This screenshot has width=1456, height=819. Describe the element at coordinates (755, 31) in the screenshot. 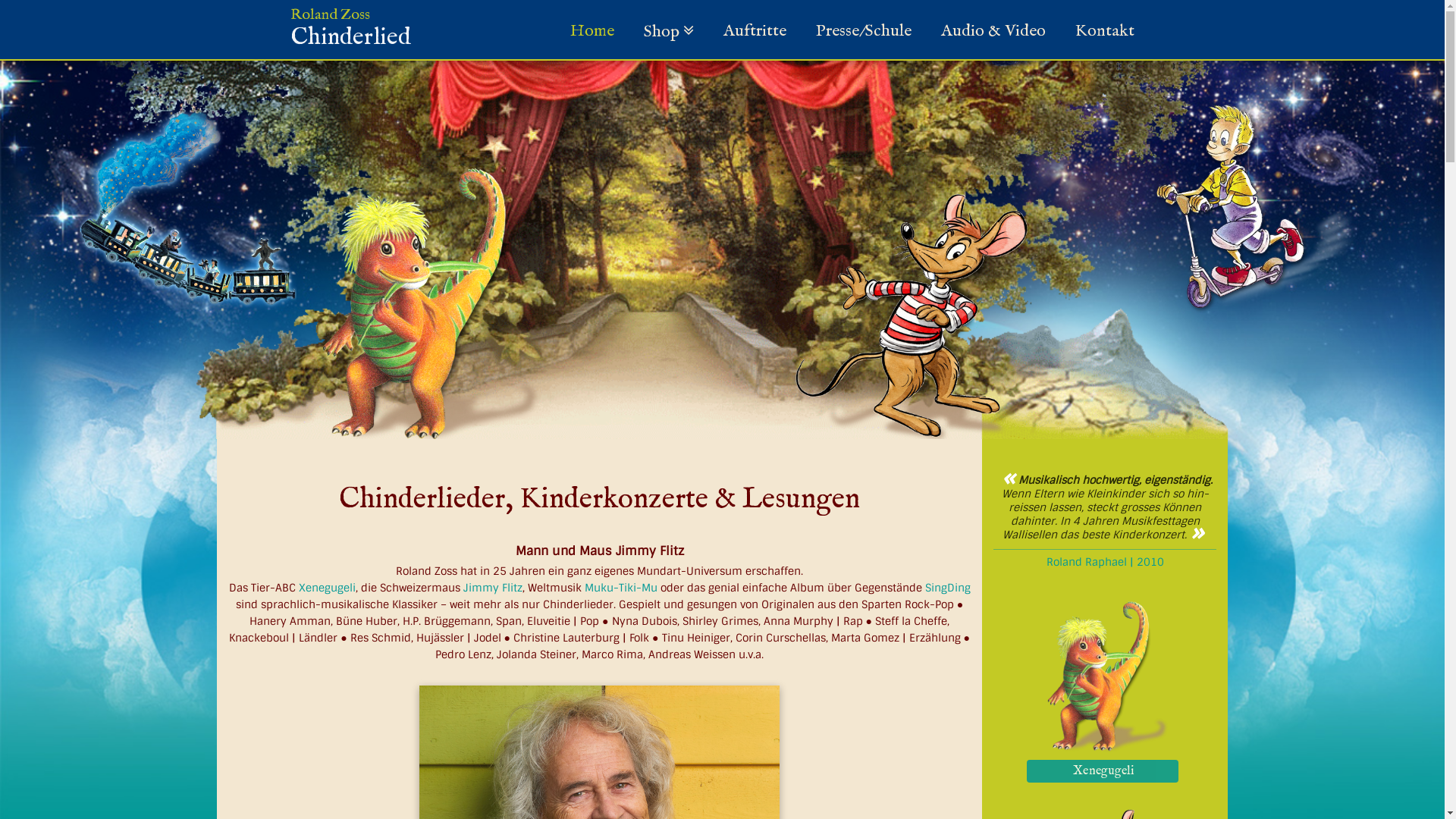

I see `'Auftritte'` at that location.